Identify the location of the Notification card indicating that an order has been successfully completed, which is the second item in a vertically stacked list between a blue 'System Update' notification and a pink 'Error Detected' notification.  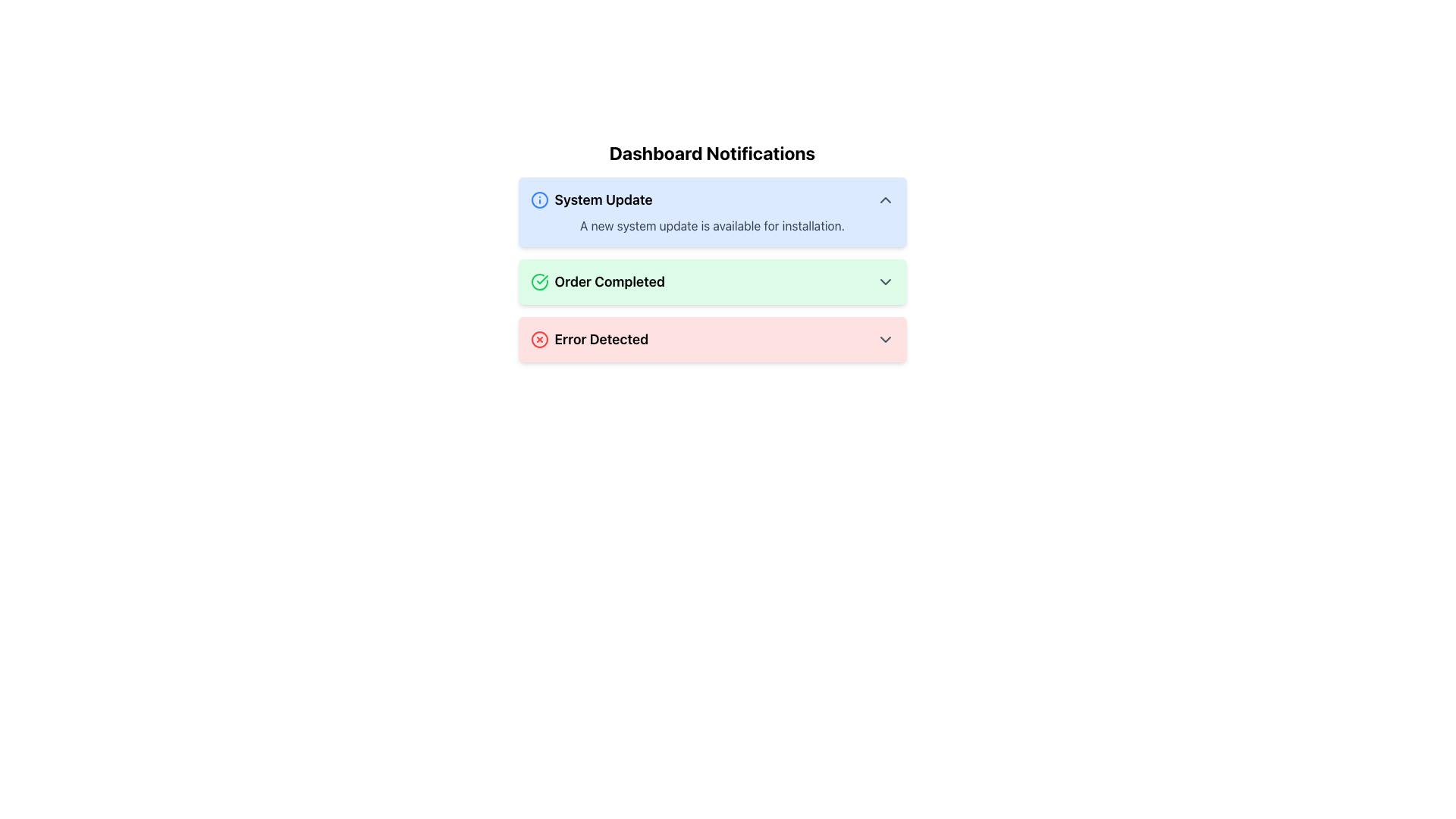
(711, 281).